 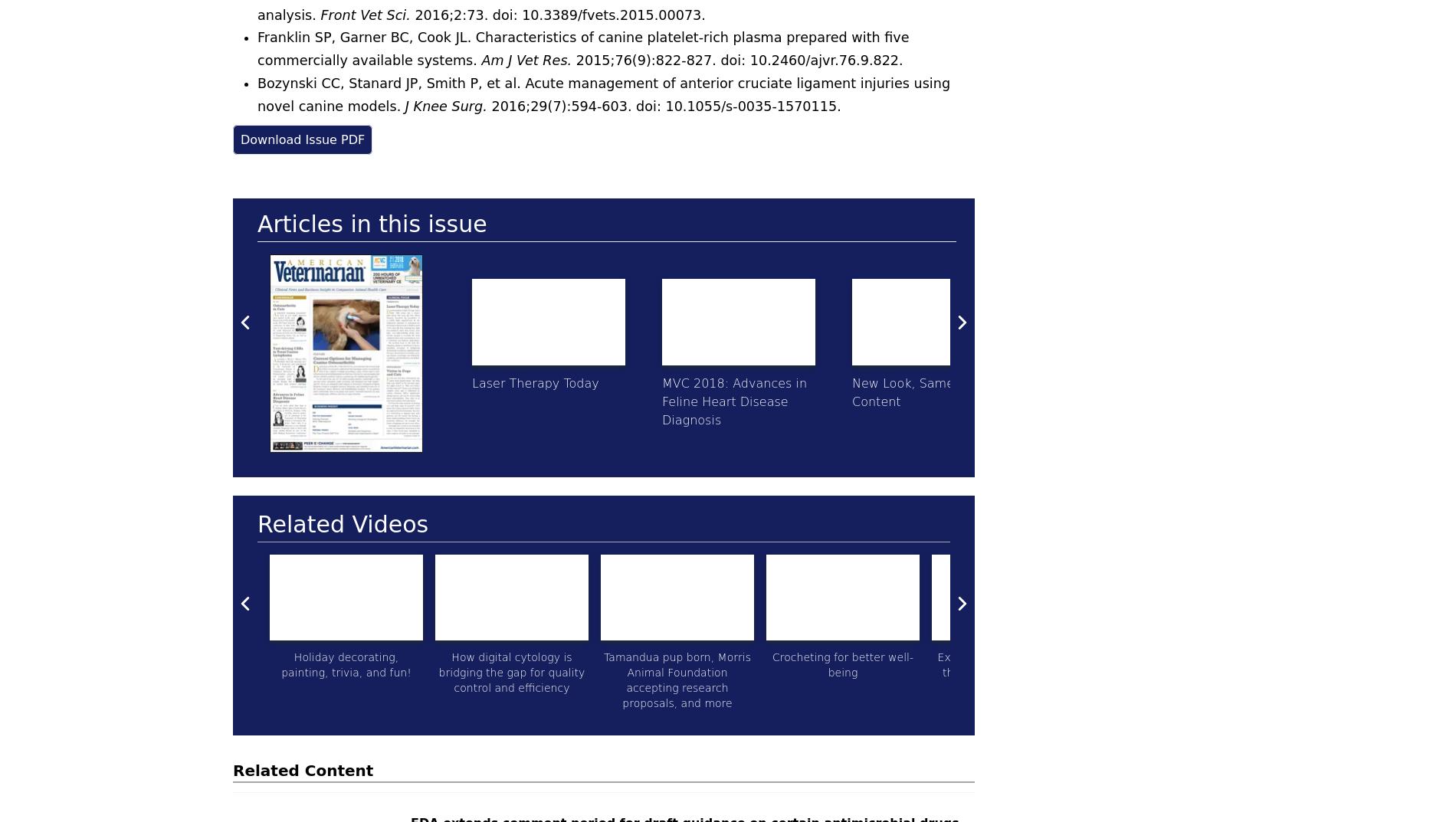 What do you see at coordinates (342, 523) in the screenshot?
I see `'Related Videos'` at bounding box center [342, 523].